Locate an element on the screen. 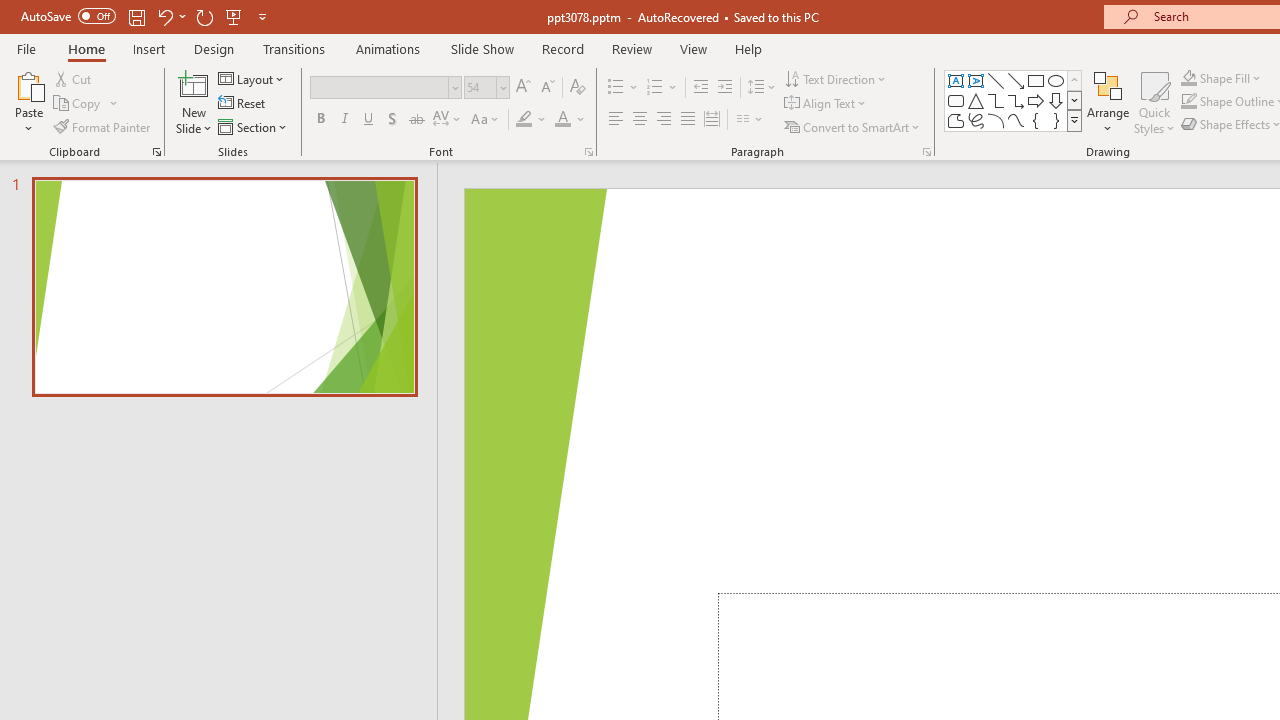  'Bullets' is located at coordinates (623, 86).